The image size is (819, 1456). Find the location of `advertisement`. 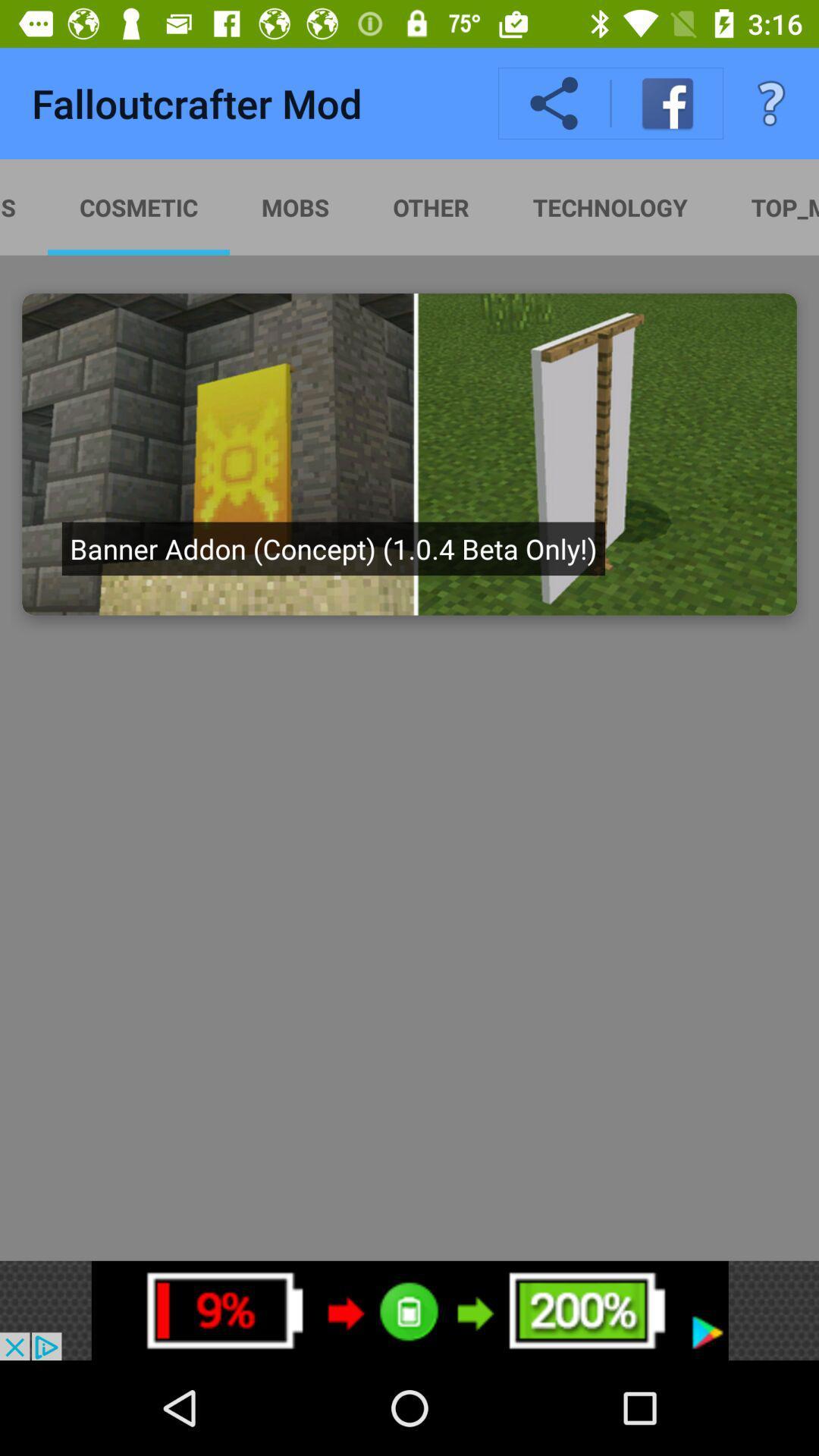

advertisement is located at coordinates (409, 1310).